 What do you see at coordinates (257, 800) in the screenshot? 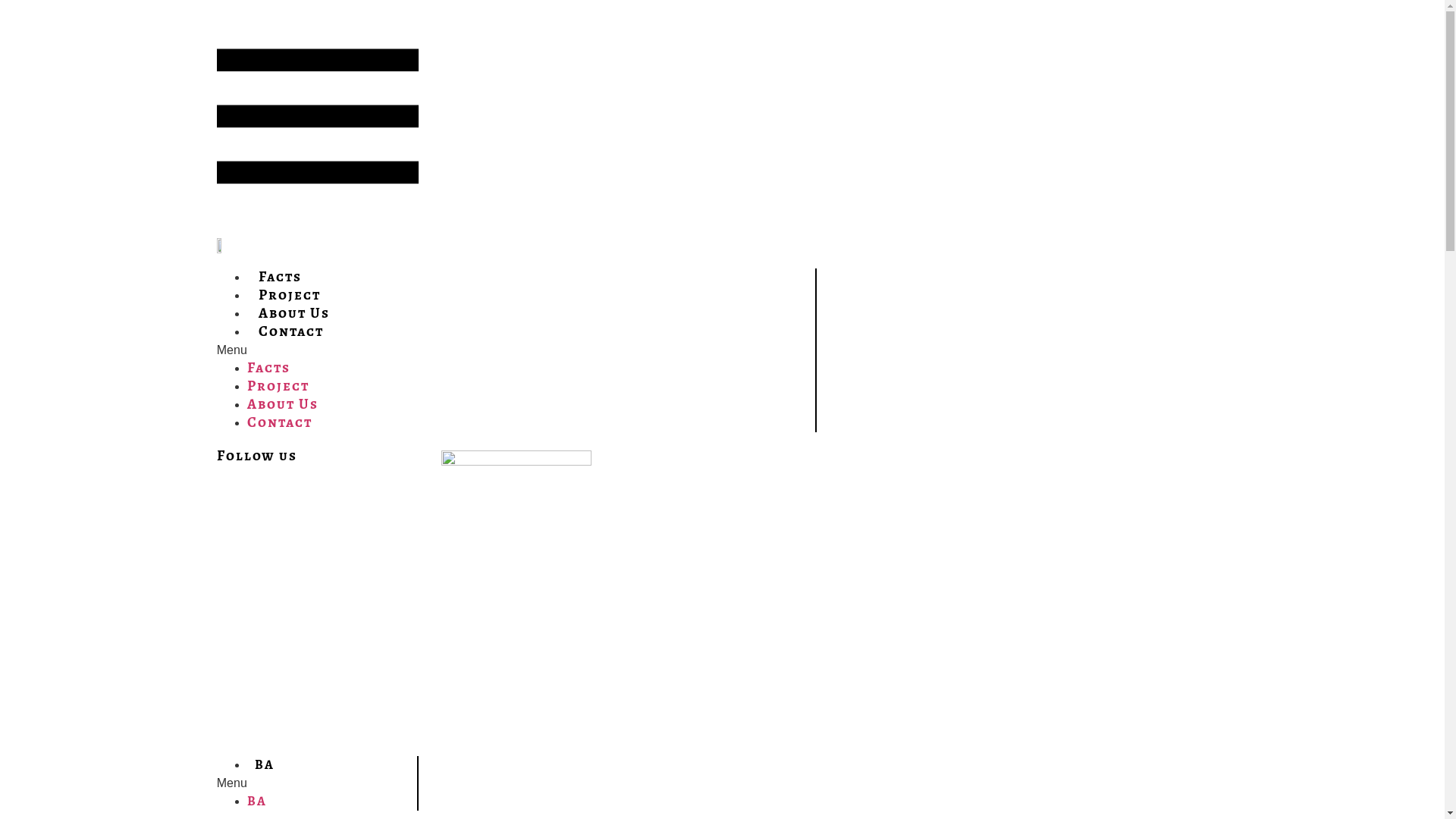
I see `'BA'` at bounding box center [257, 800].